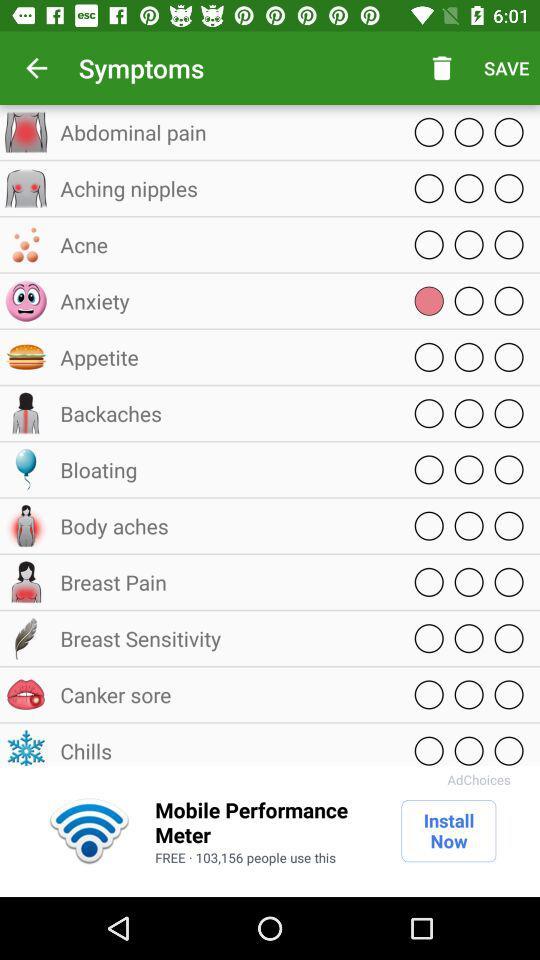  I want to click on the item below breast pain icon, so click(224, 637).